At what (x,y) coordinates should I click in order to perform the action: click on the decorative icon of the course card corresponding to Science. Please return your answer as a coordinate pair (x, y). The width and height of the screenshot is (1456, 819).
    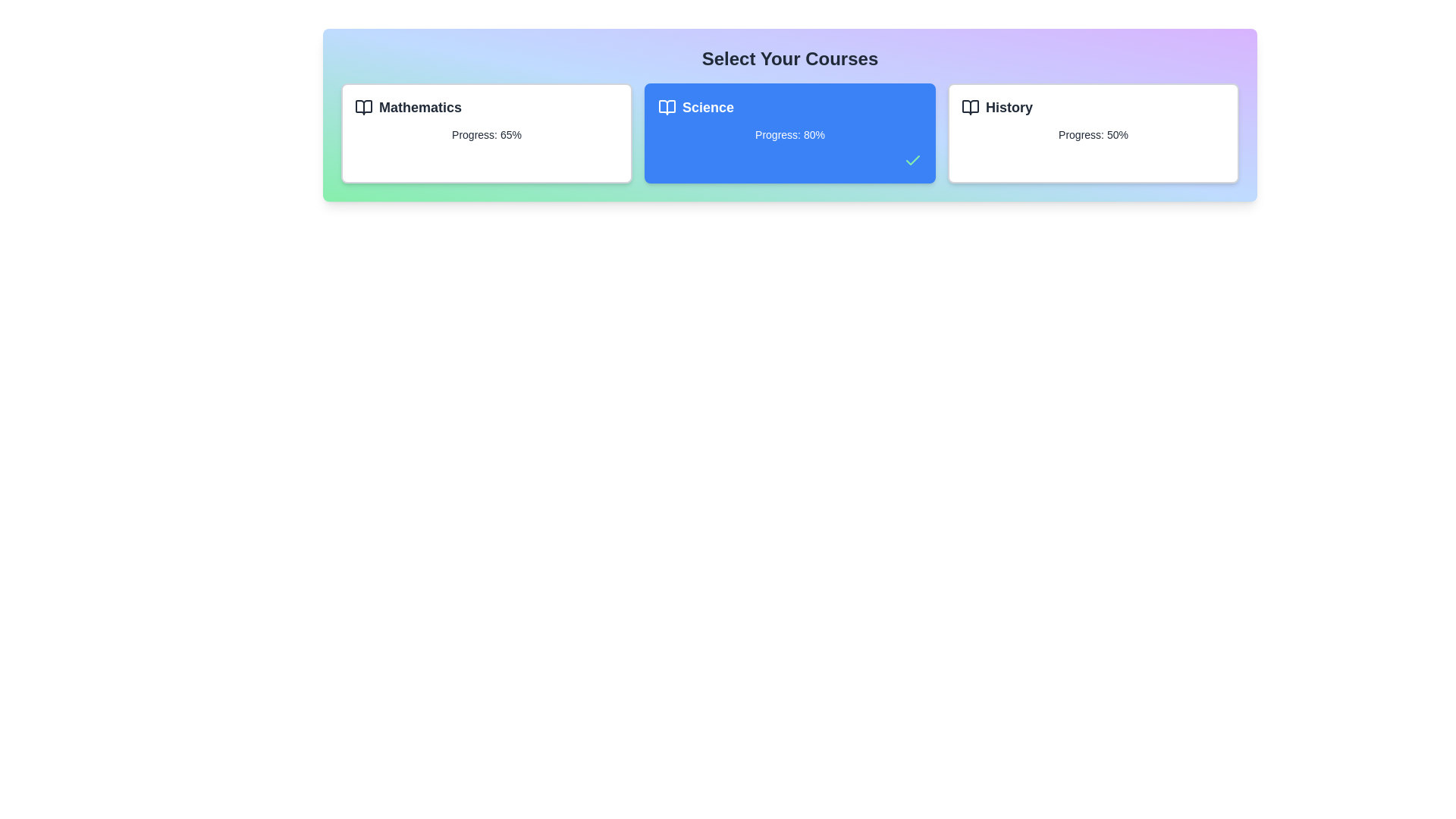
    Looking at the image, I should click on (667, 107).